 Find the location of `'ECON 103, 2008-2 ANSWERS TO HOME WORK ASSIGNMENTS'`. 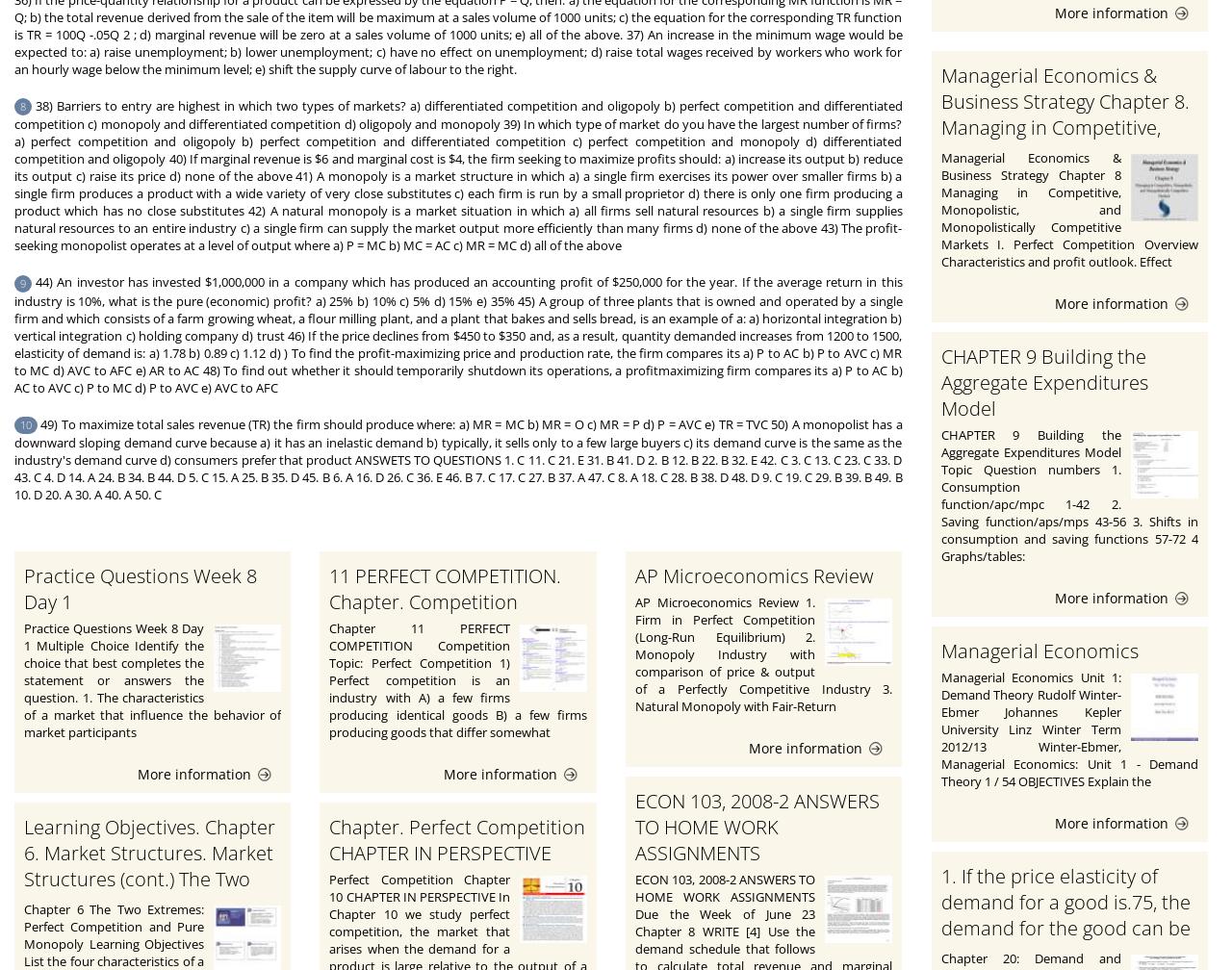

'ECON 103, 2008-2 ANSWERS TO HOME WORK ASSIGNMENTS' is located at coordinates (633, 827).